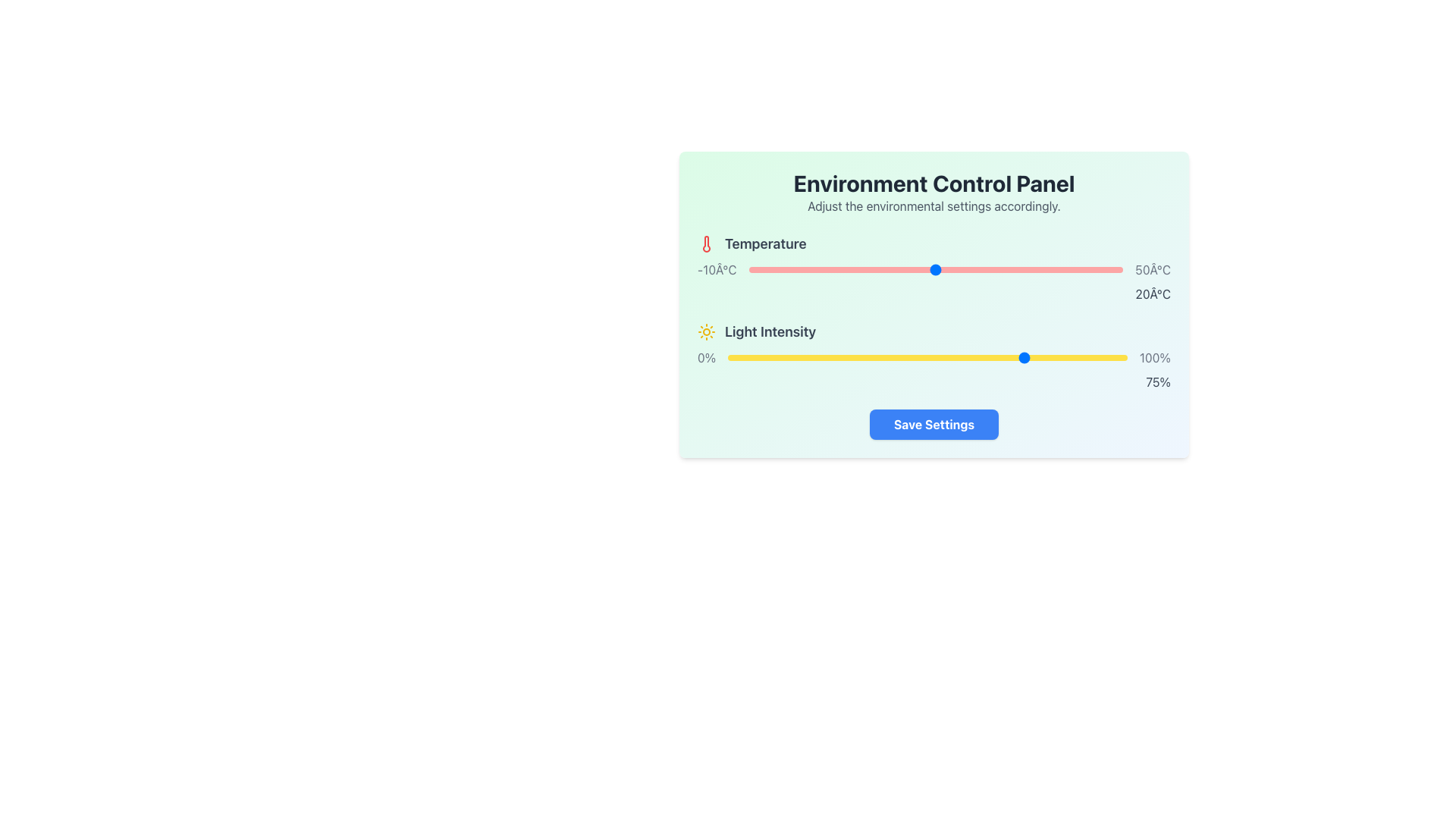  I want to click on light intensity, so click(803, 357).